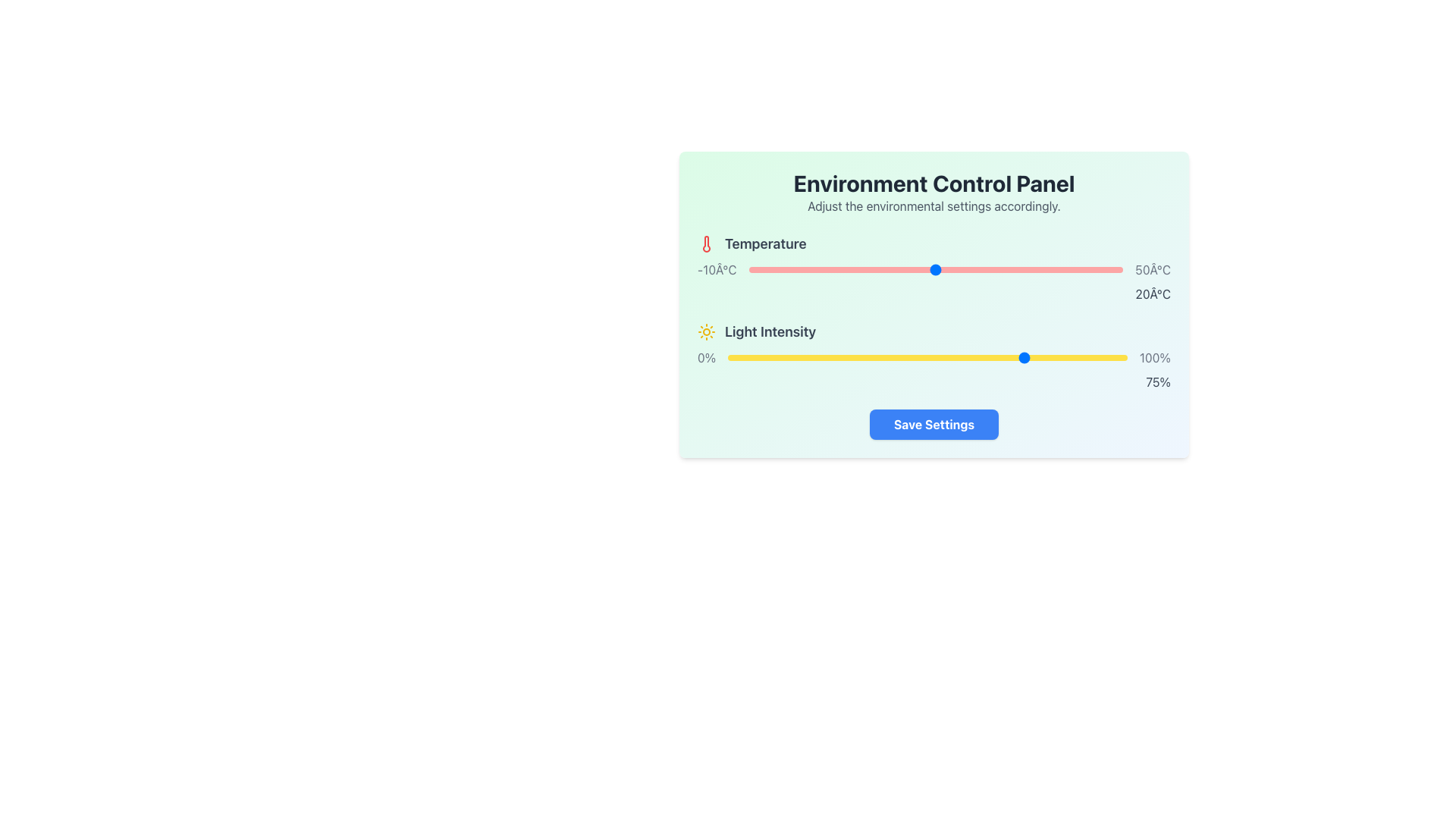  I want to click on light intensity, so click(803, 357).